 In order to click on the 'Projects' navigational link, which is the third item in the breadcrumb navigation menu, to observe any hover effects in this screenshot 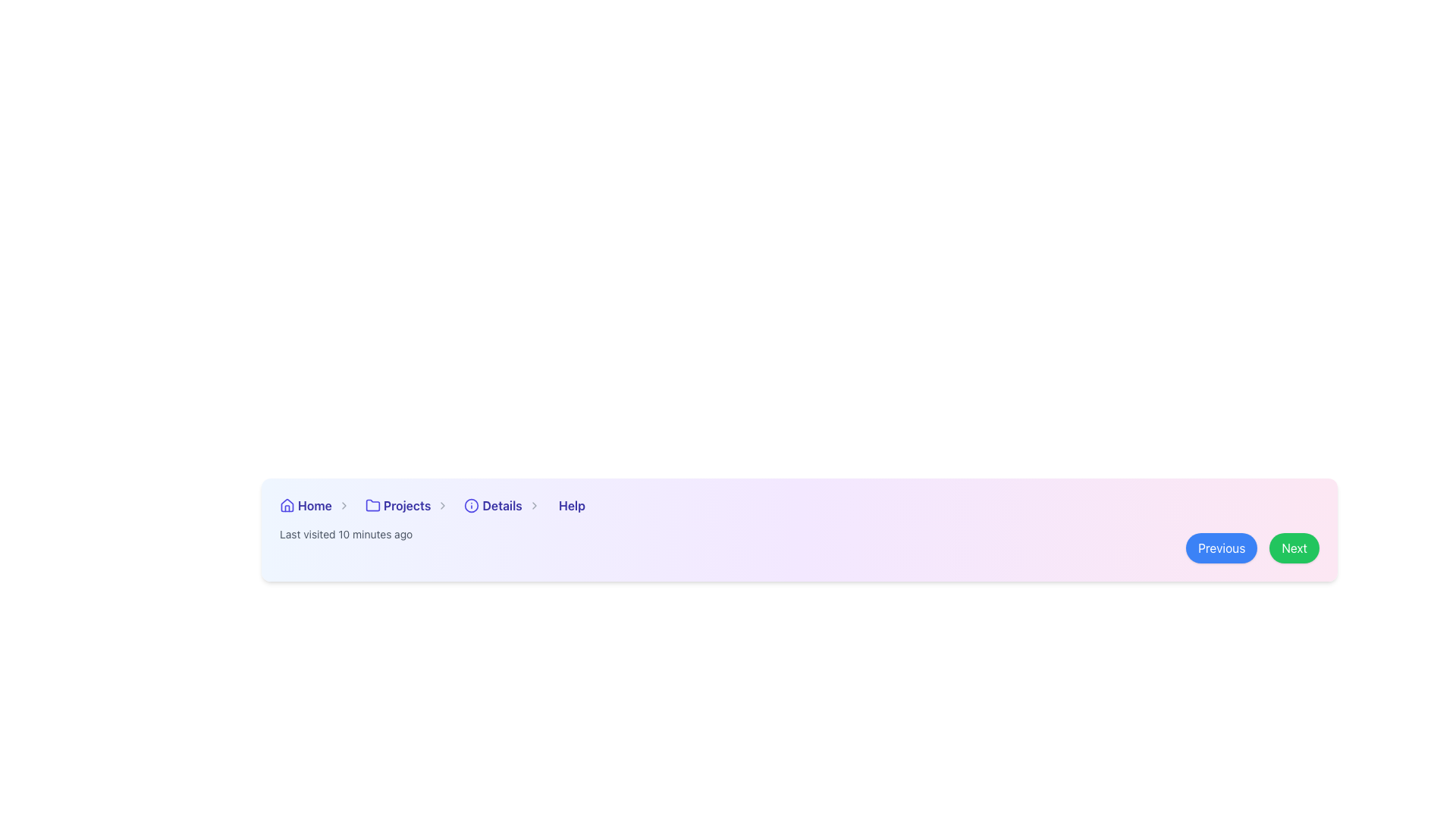, I will do `click(407, 506)`.